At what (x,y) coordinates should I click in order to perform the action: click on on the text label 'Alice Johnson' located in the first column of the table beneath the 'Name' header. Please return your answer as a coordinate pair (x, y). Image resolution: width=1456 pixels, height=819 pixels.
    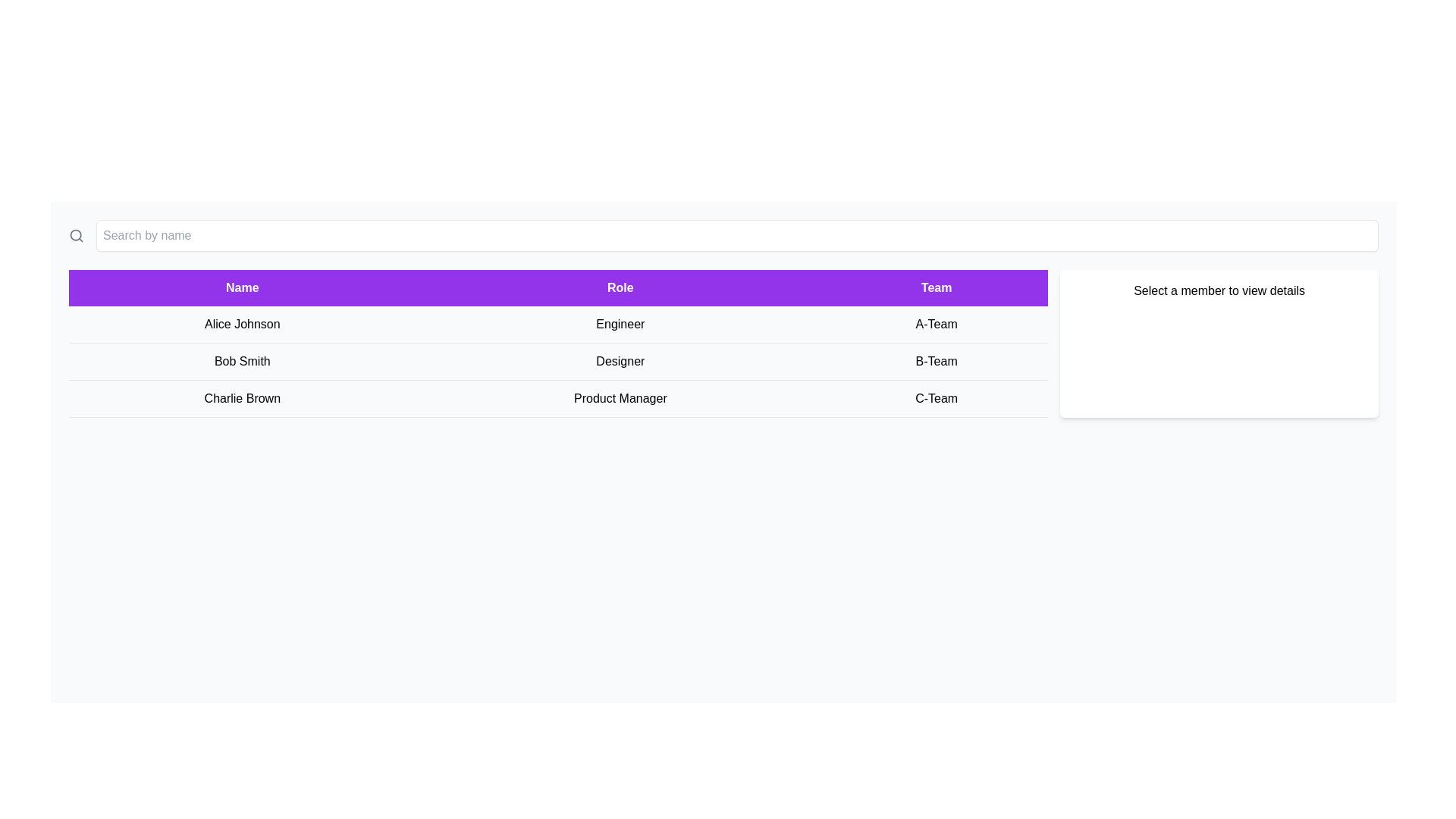
    Looking at the image, I should click on (241, 324).